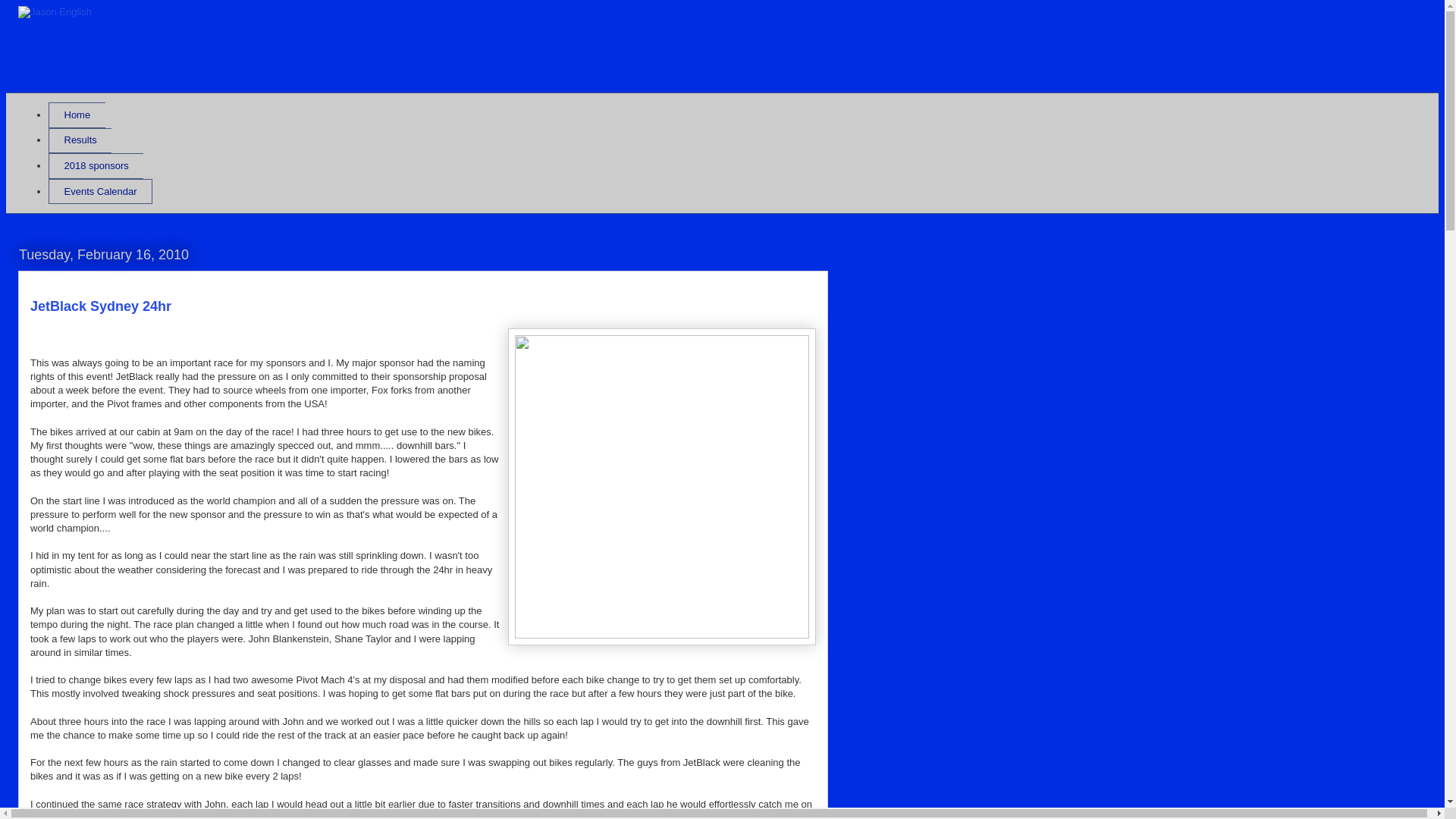 This screenshot has height=819, width=1456. What do you see at coordinates (48, 114) in the screenshot?
I see `'Home'` at bounding box center [48, 114].